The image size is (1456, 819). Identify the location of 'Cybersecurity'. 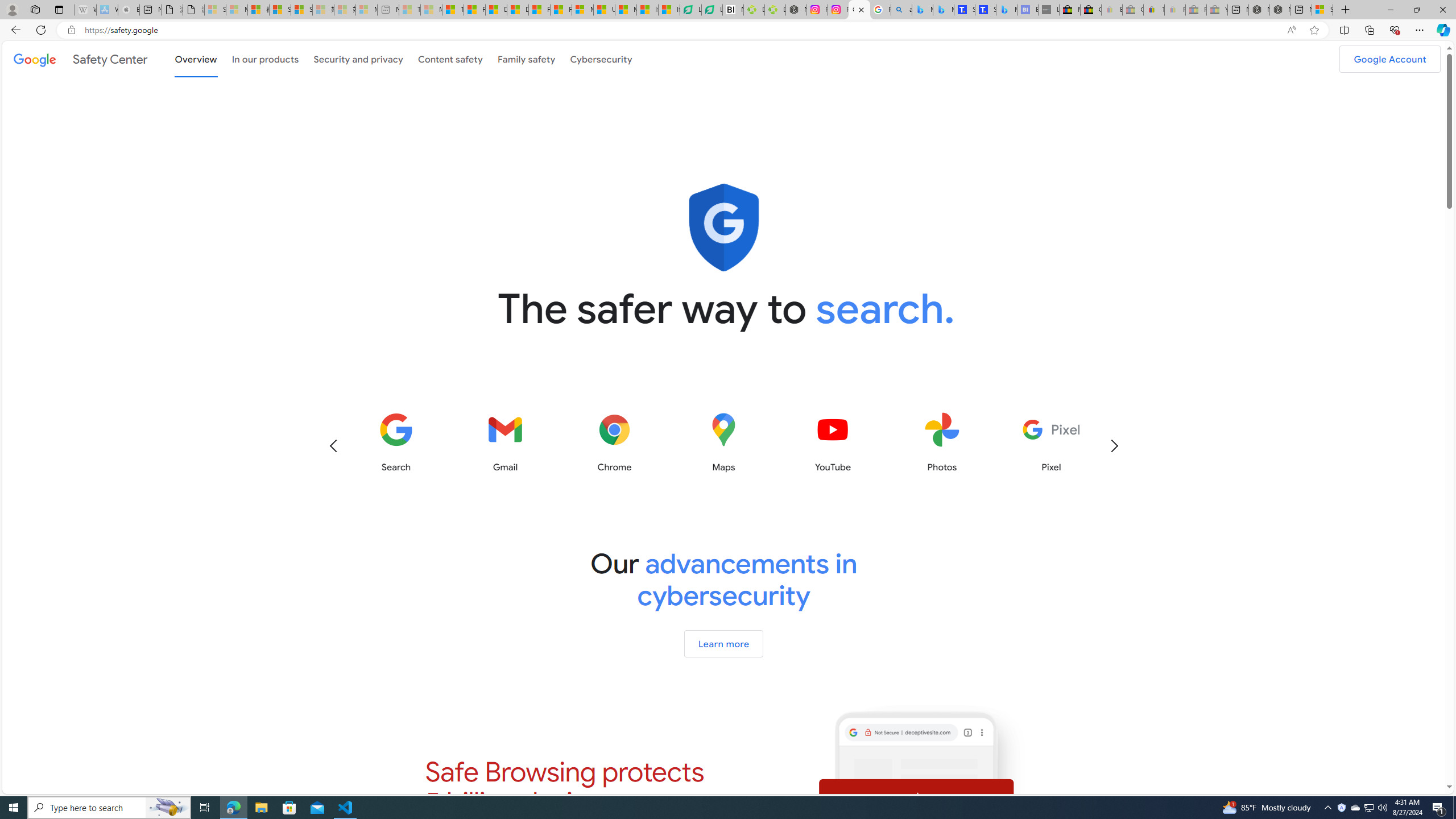
(600, 58).